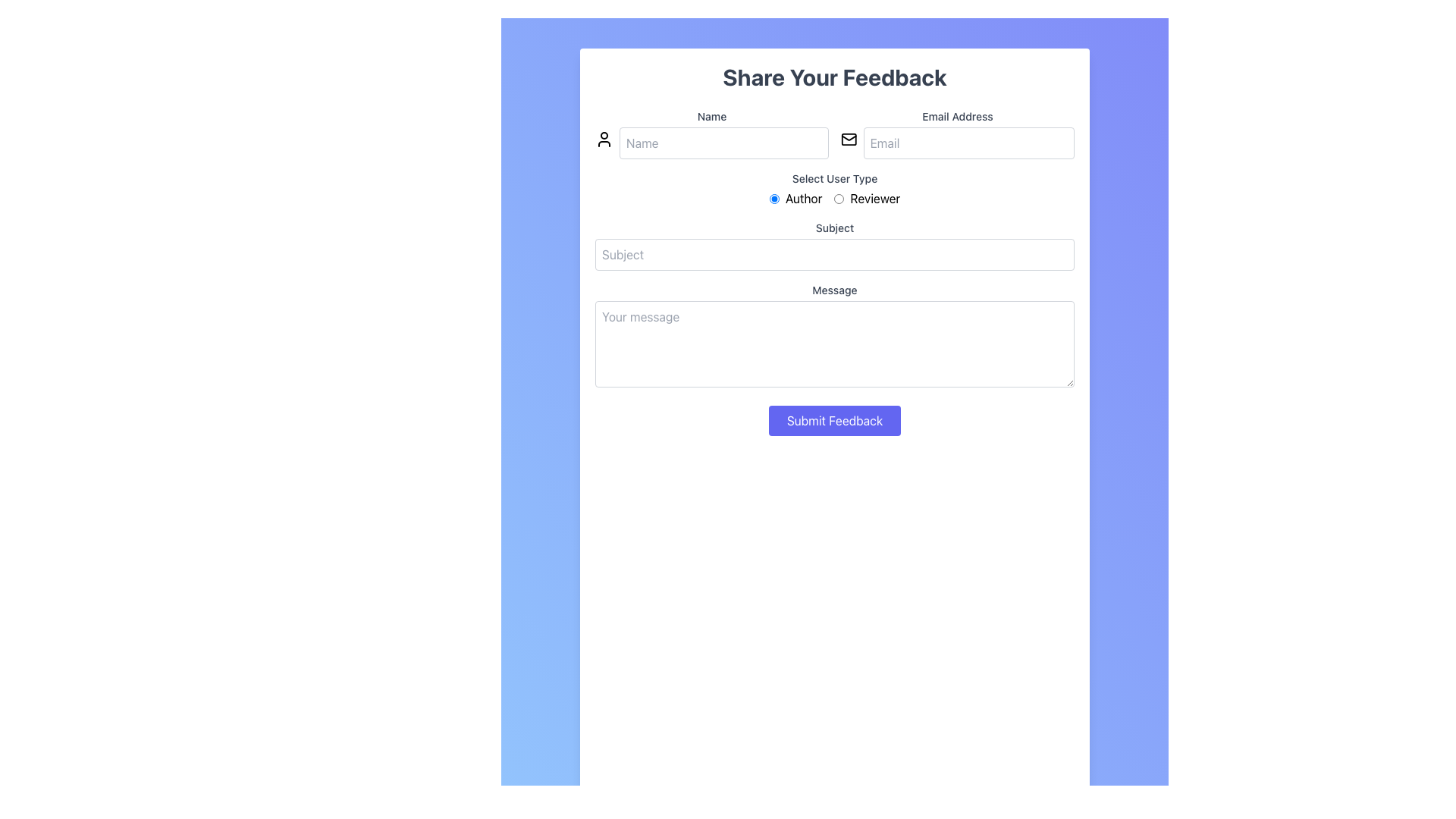 The height and width of the screenshot is (819, 1456). Describe the element at coordinates (848, 140) in the screenshot. I see `the decorative rectangle of the envelope icon, which signifies an email or messaging feature, positioned above the 'Email Address' text field` at that location.